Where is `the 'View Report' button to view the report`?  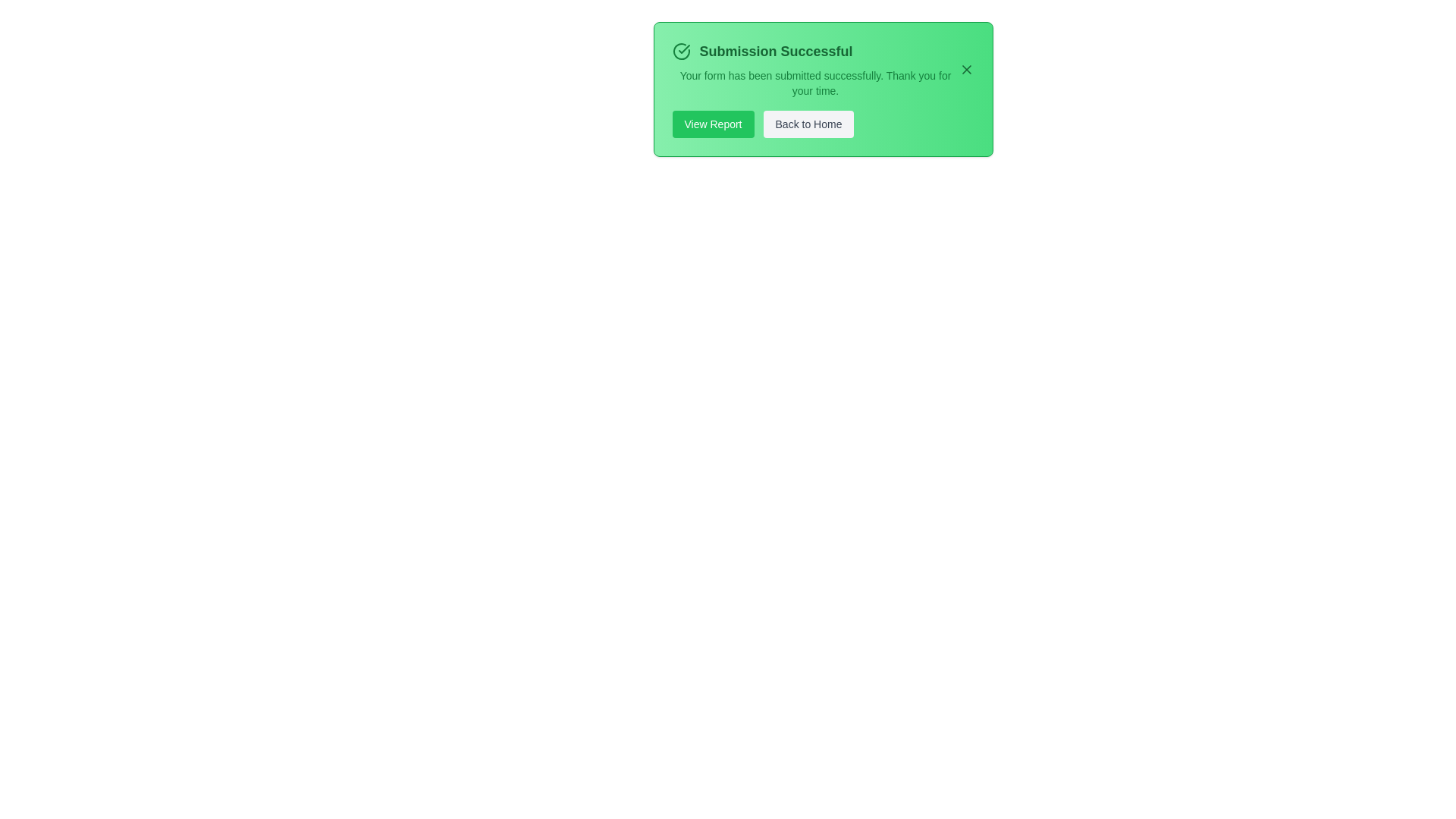
the 'View Report' button to view the report is located at coordinates (712, 124).